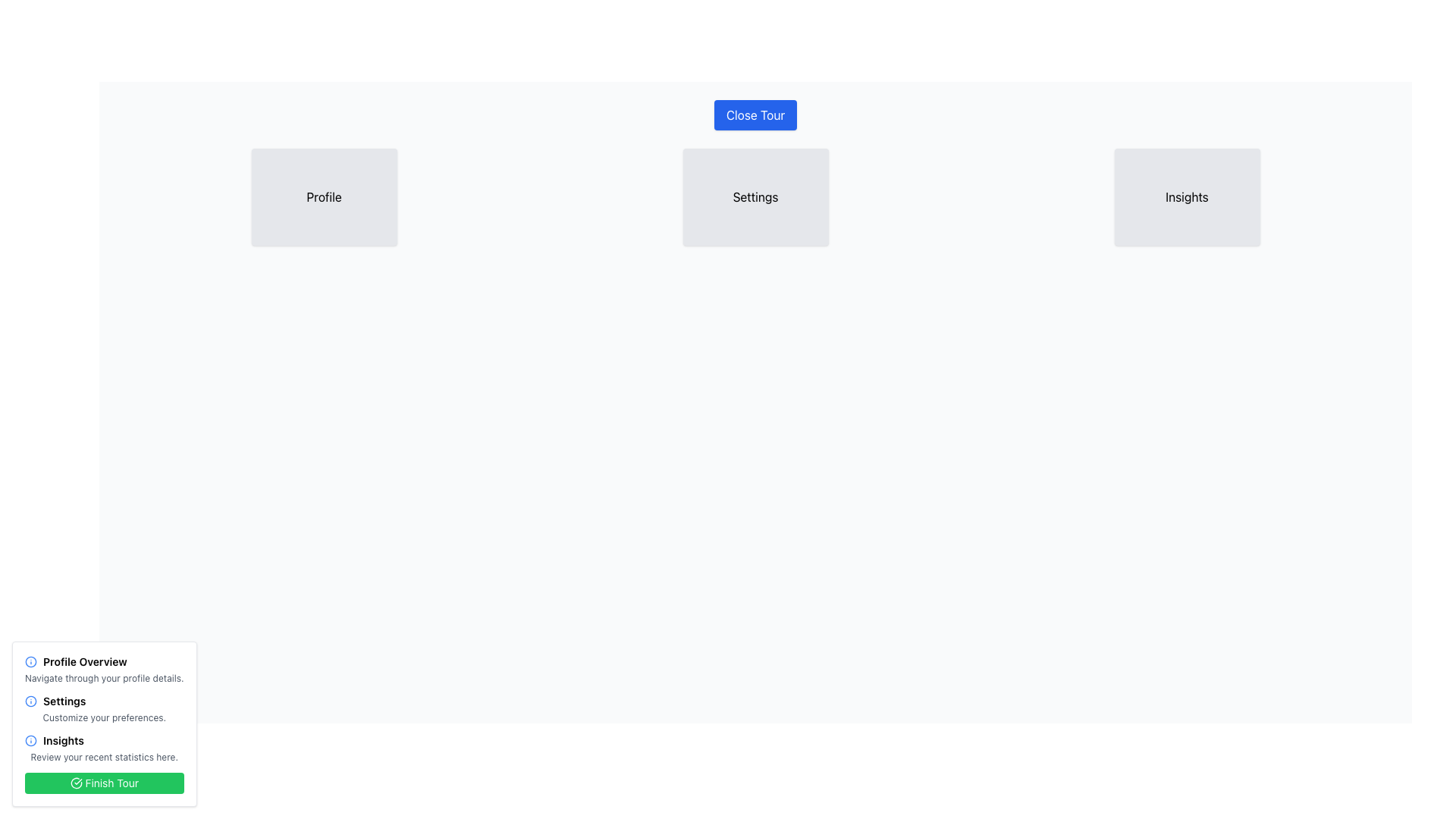 The width and height of the screenshot is (1456, 819). I want to click on the 'Insights' Button or Navigation Tile, which is the rightmost panel among three panels labeled 'Profile', 'Settings', and 'Insights', so click(1186, 196).